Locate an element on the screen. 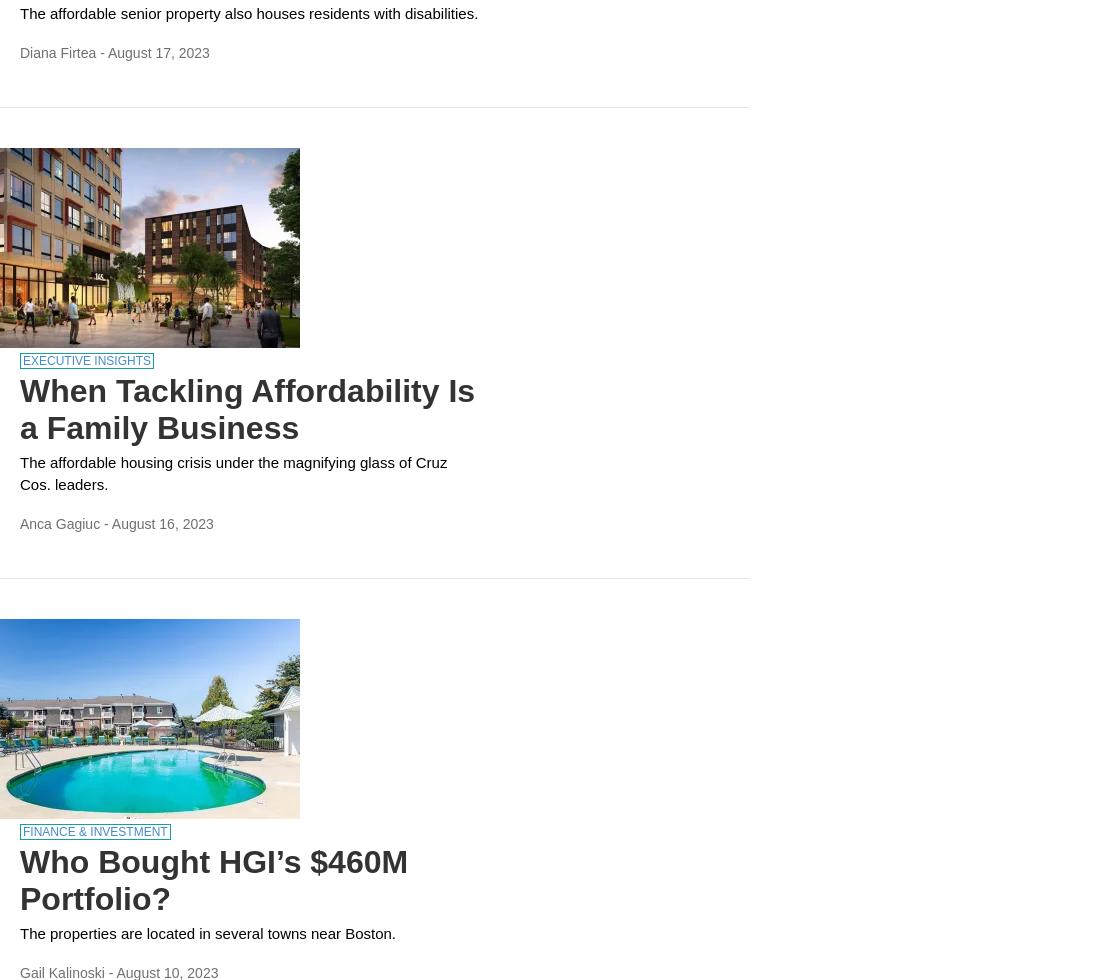 Image resolution: width=1100 pixels, height=980 pixels. 'The affordable senior property also houses residents with disabilities.' is located at coordinates (249, 13).